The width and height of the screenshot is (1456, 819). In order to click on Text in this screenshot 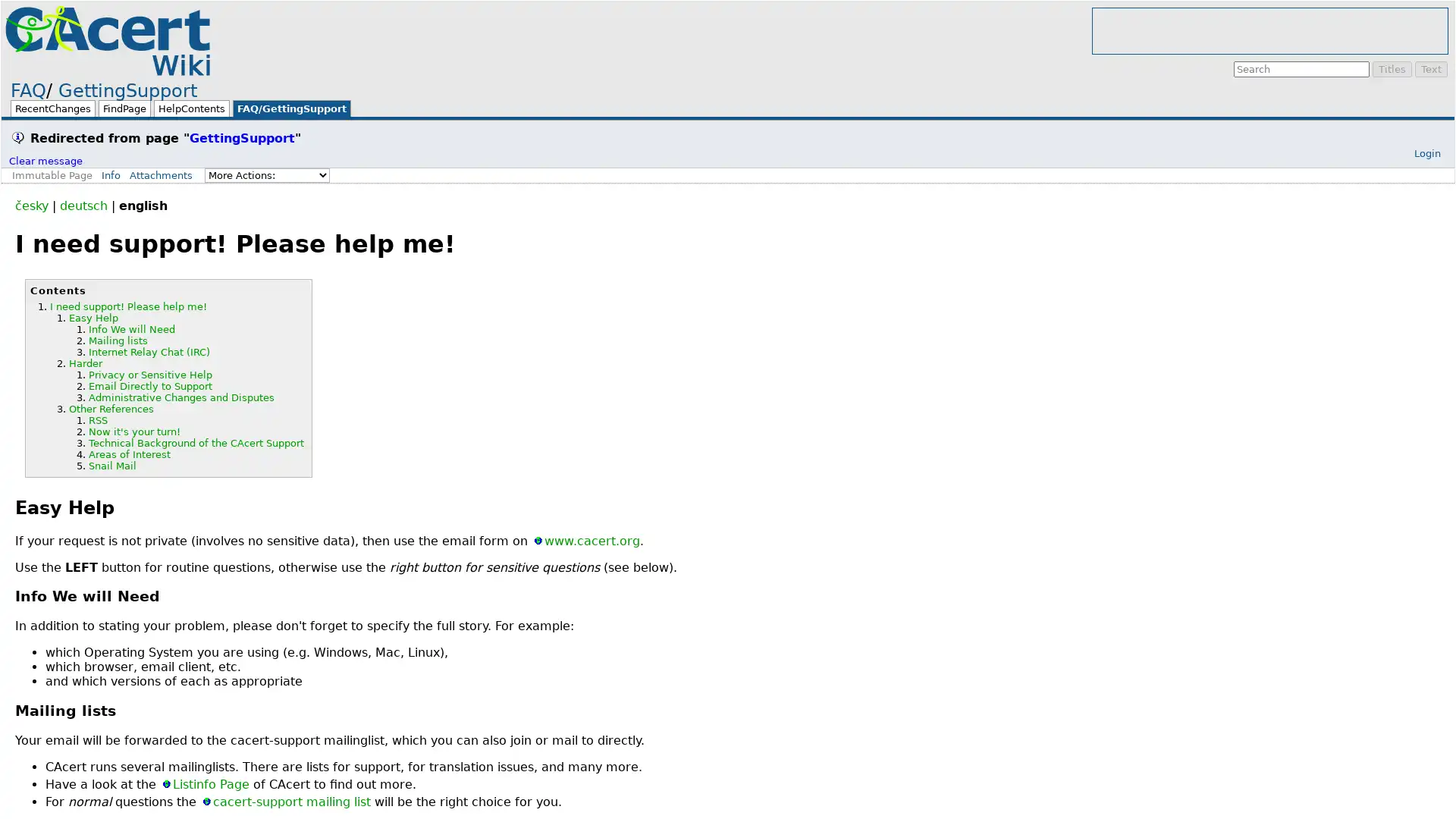, I will do `click(1430, 69)`.